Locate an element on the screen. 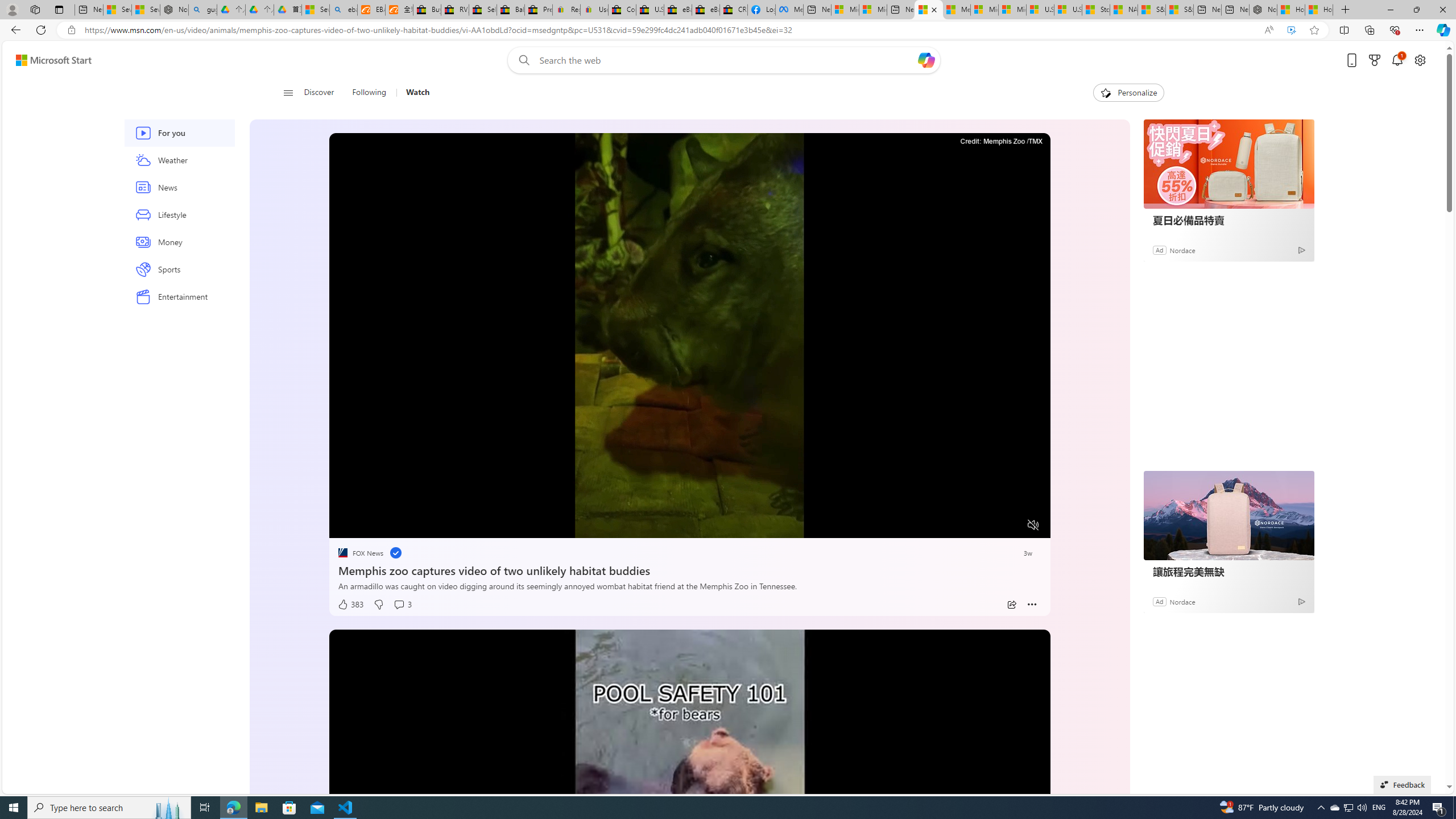  'Share' is located at coordinates (1011, 604).